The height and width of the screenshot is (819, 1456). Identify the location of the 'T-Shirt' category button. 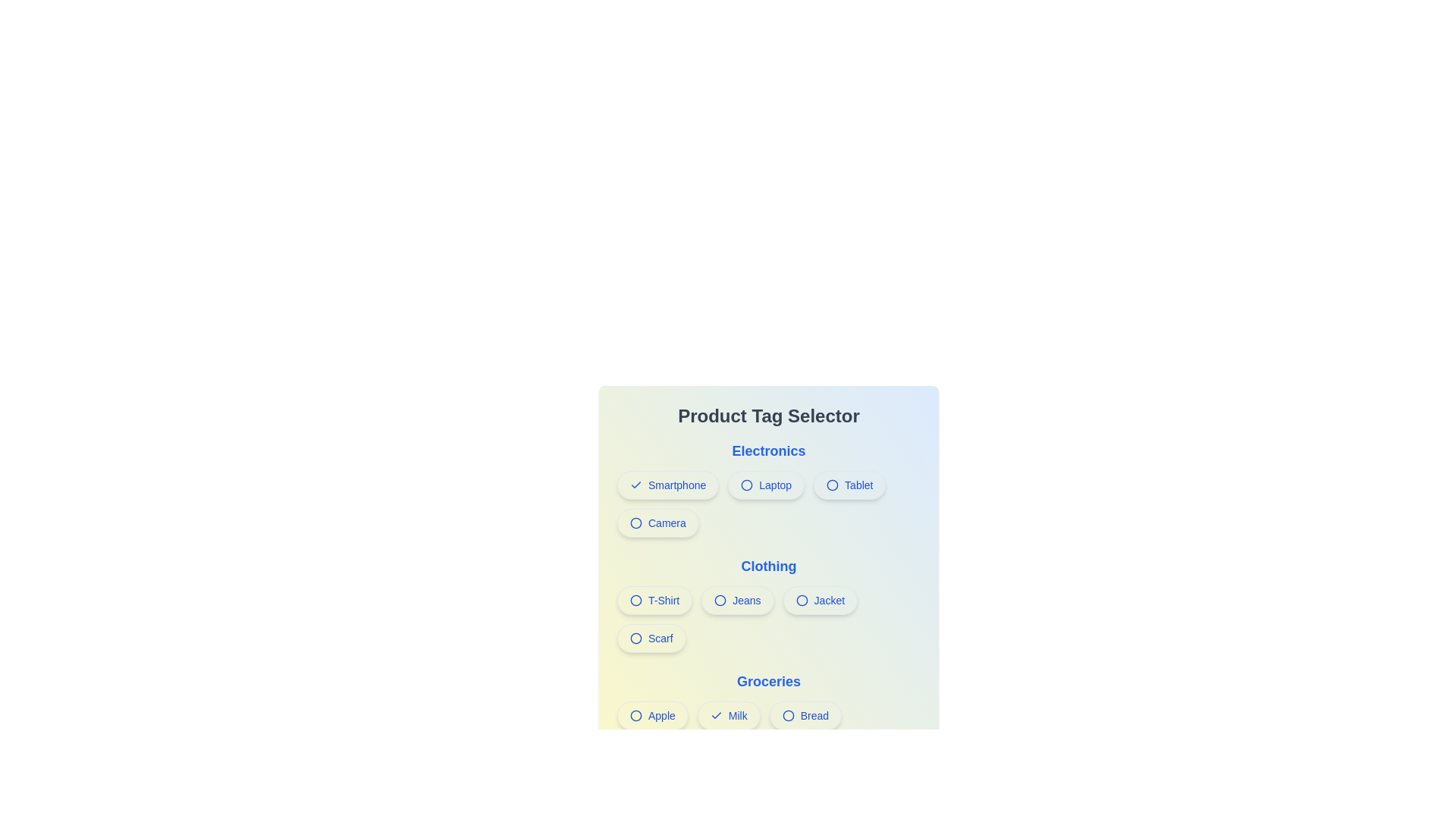
(654, 599).